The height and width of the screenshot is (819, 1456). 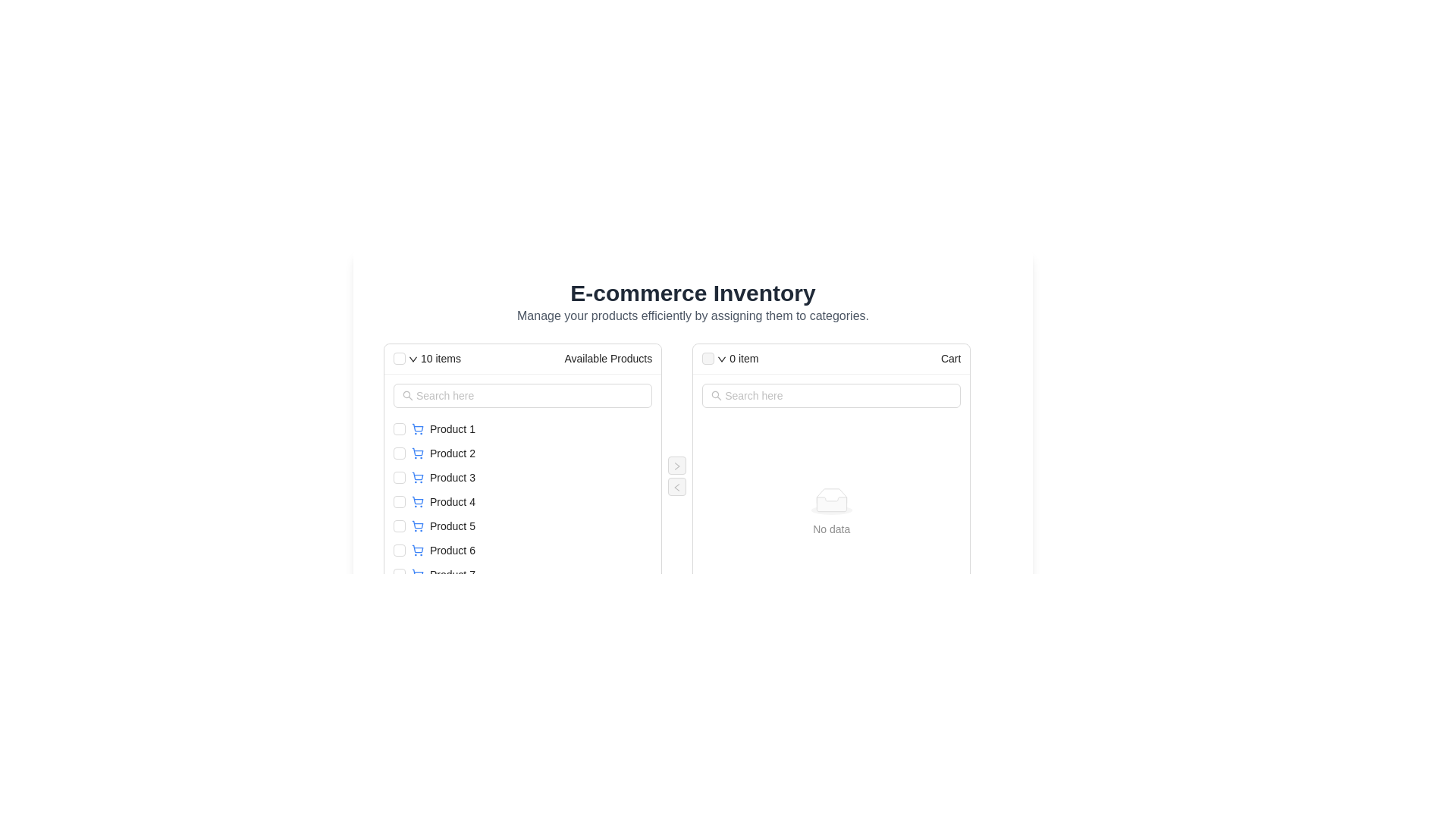 I want to click on the checkbox that allows users to select or deselect the 'Product 4' item in the list, so click(x=400, y=502).